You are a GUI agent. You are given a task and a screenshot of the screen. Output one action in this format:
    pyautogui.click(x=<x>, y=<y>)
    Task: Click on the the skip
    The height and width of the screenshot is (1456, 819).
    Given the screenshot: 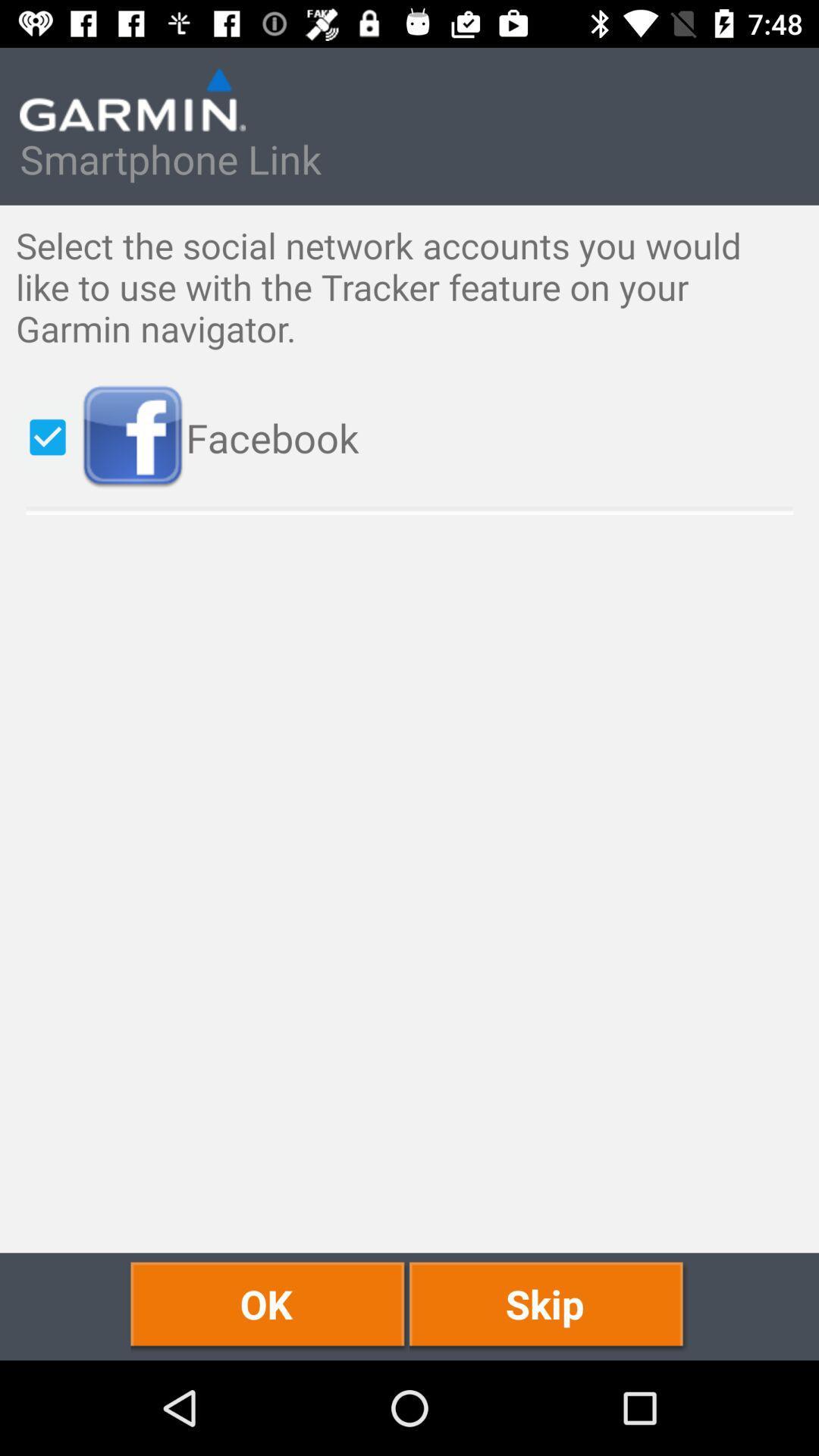 What is the action you would take?
    pyautogui.click(x=548, y=1306)
    